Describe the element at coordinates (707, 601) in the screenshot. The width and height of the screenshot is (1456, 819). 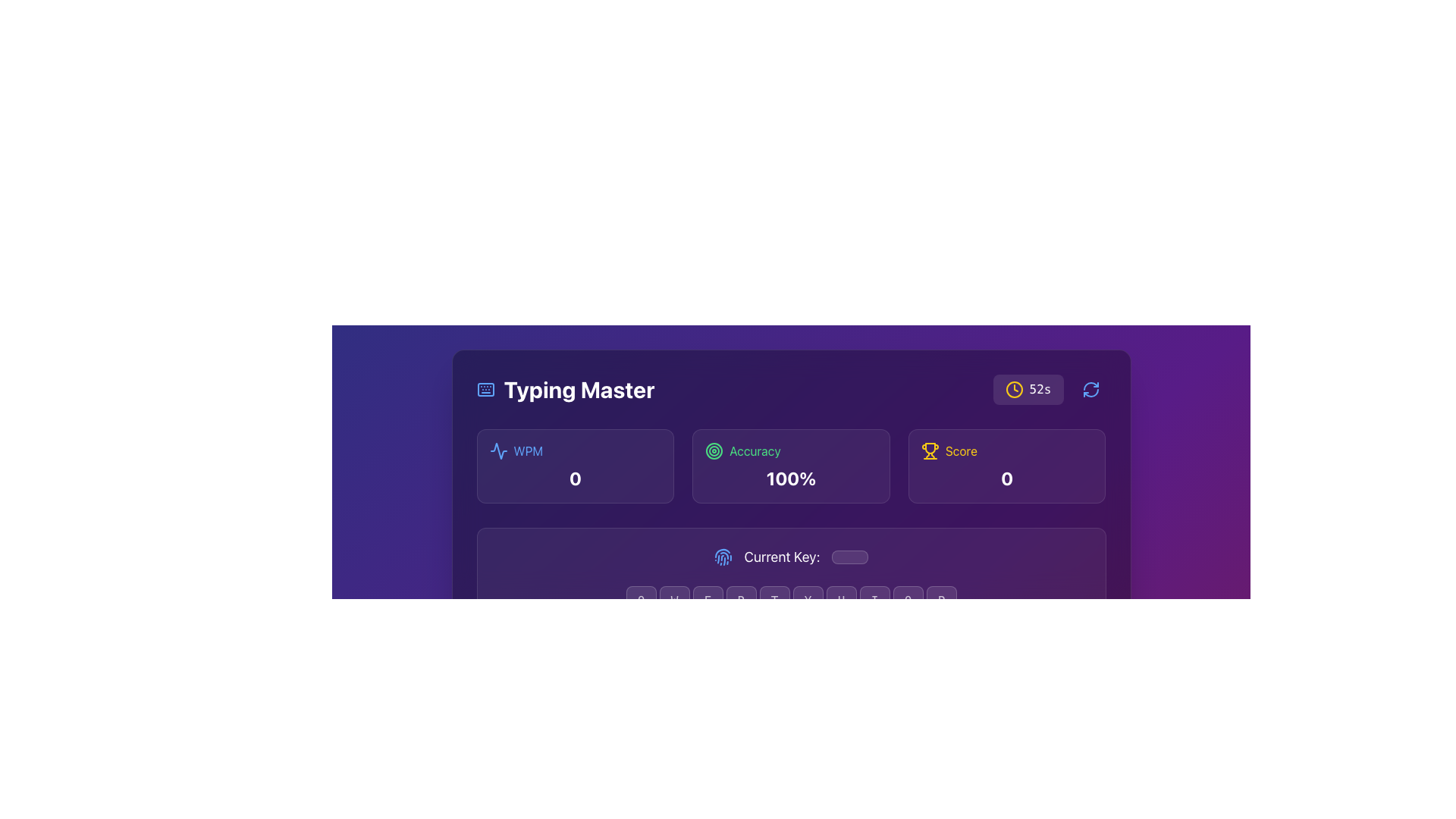
I see `the virtual keyboard key labeled 'E', which is a square button with rounded corners, part of a row of character buttons, positioned centrally near the bottom of the interface` at that location.